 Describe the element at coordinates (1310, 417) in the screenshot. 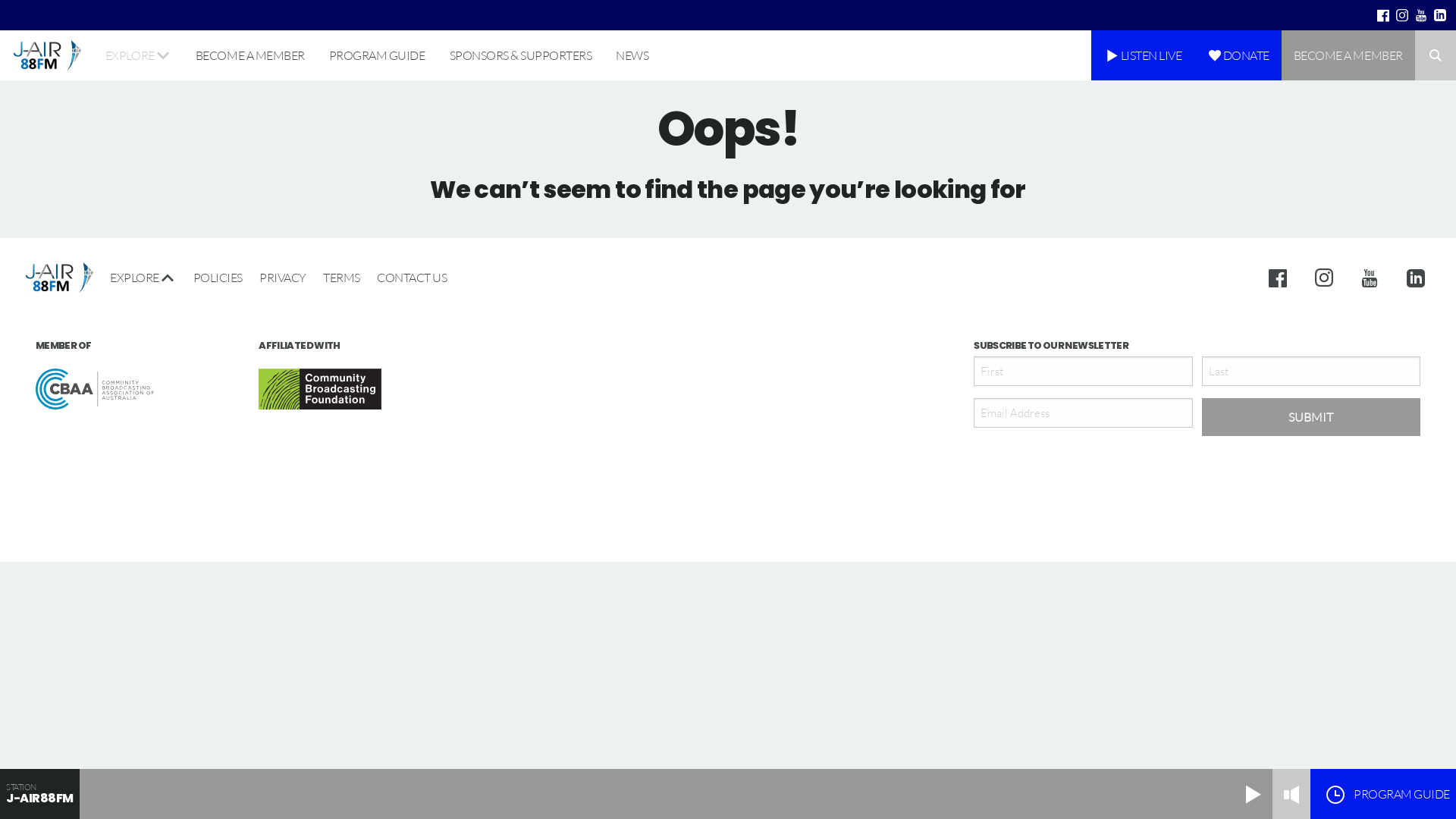

I see `'Submit'` at that location.